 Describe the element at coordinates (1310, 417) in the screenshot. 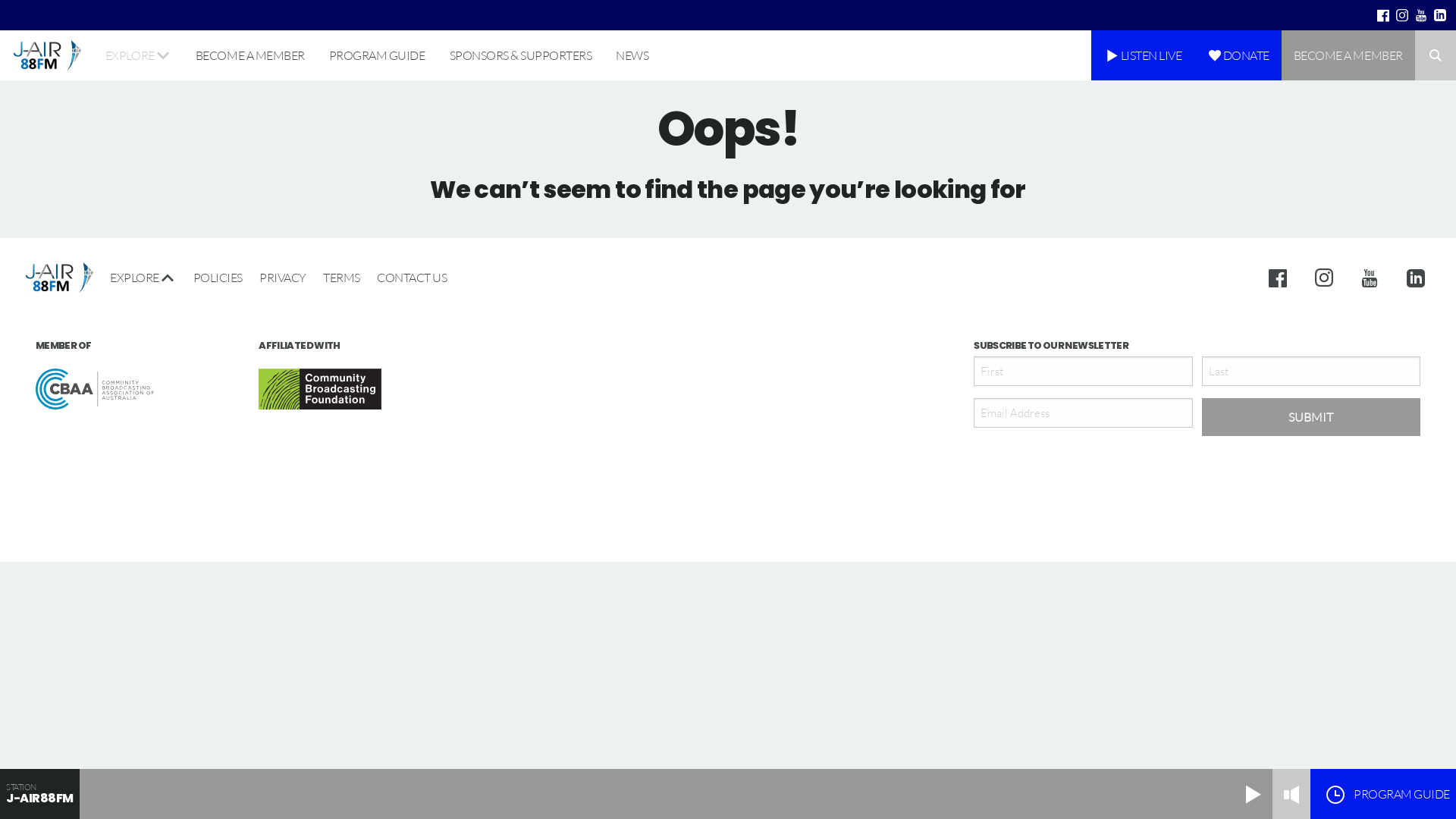

I see `'Submit'` at that location.